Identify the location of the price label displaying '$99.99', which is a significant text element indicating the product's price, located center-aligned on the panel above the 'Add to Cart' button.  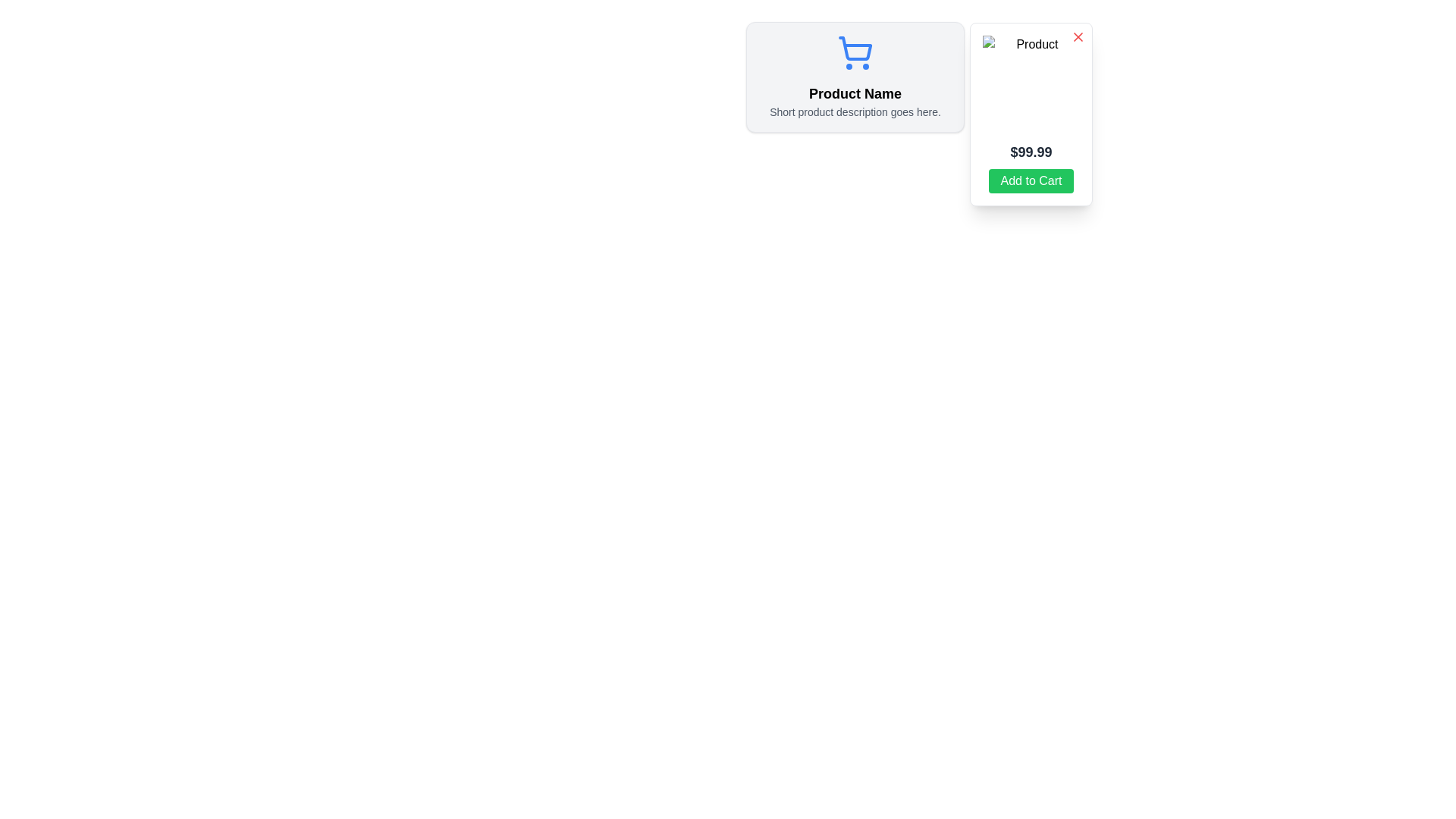
(1031, 152).